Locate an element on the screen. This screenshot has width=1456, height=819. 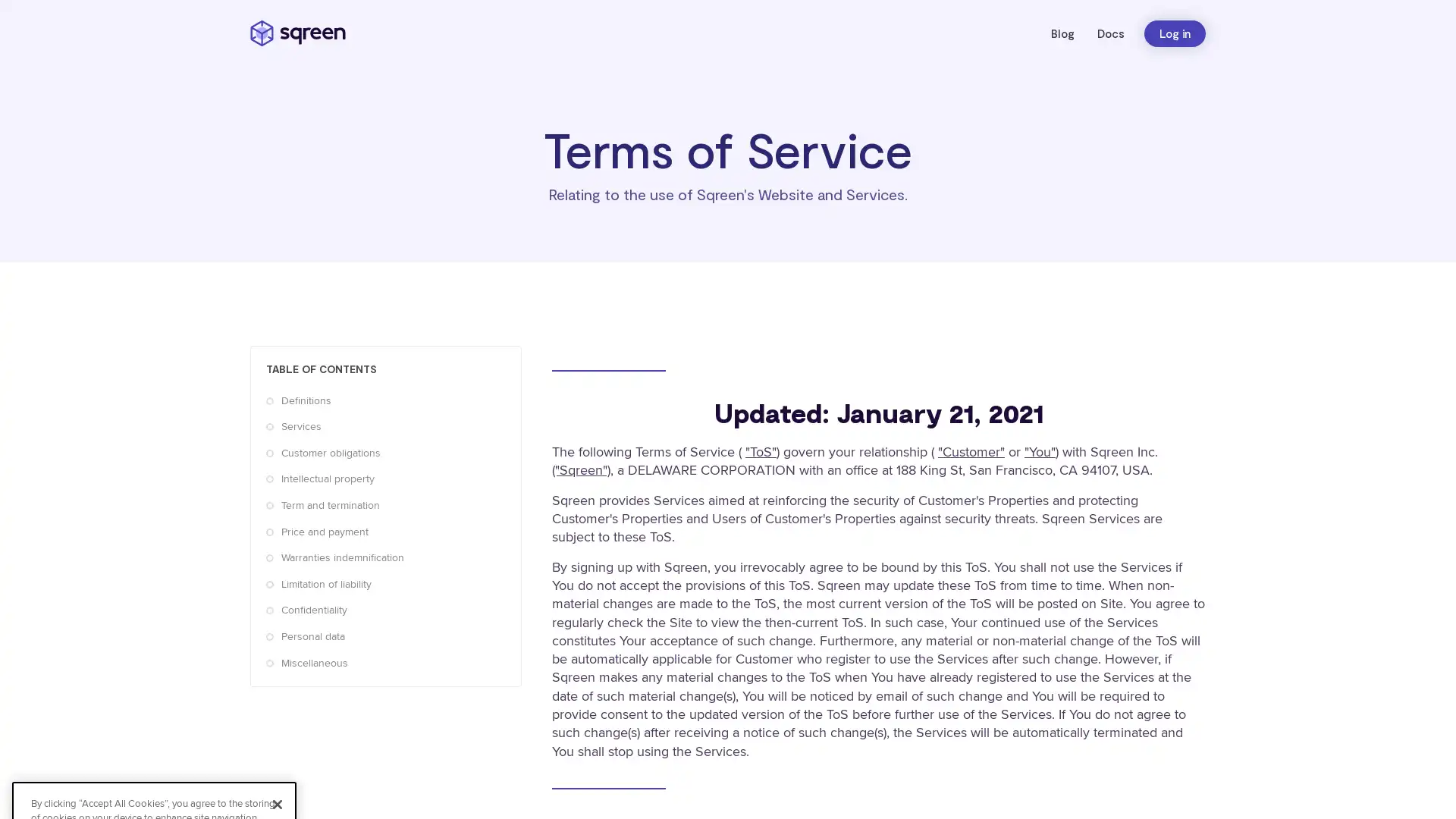
Close is located at coordinates (277, 645).